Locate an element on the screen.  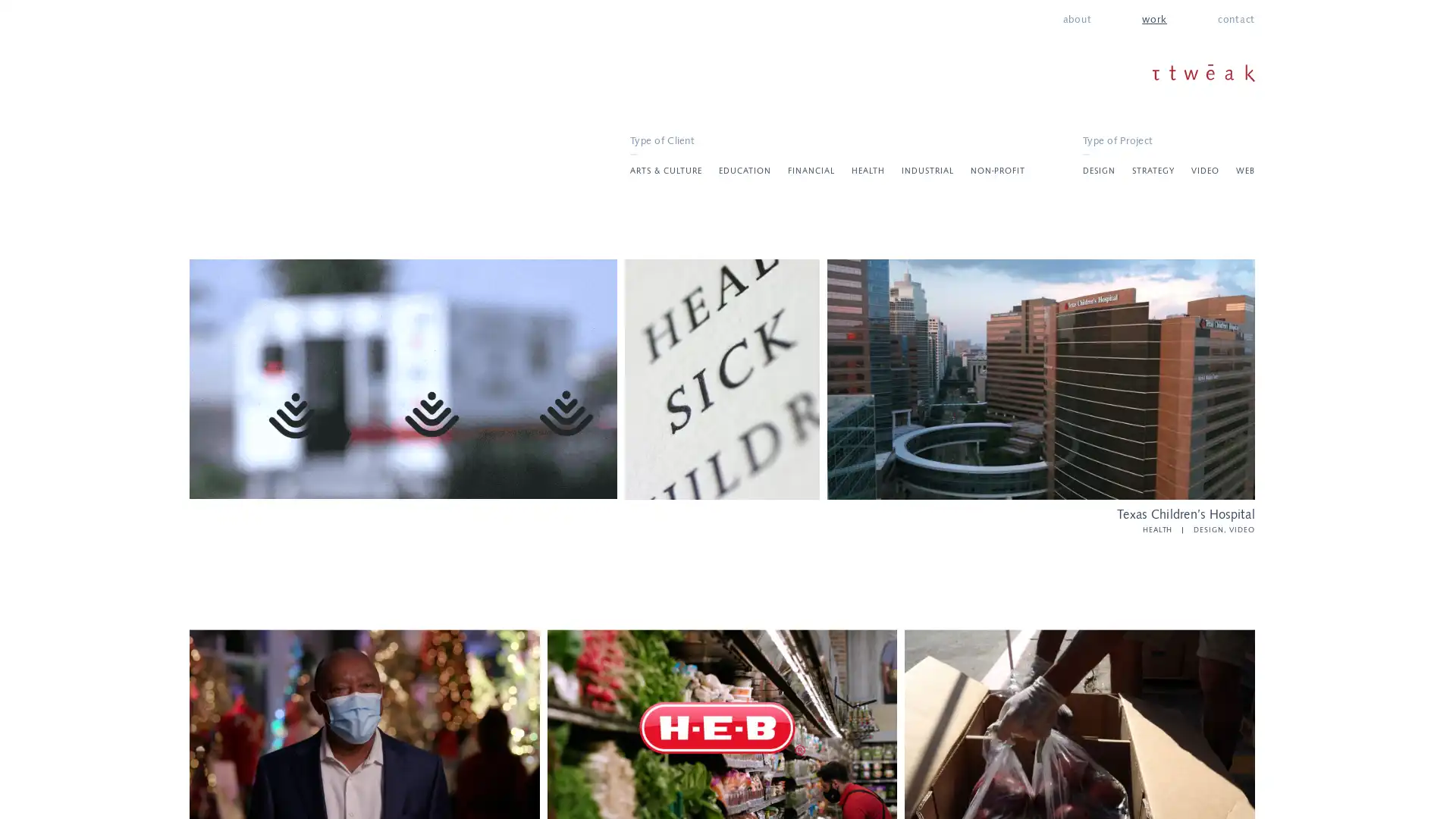
EDUCATION is located at coordinates (745, 171).